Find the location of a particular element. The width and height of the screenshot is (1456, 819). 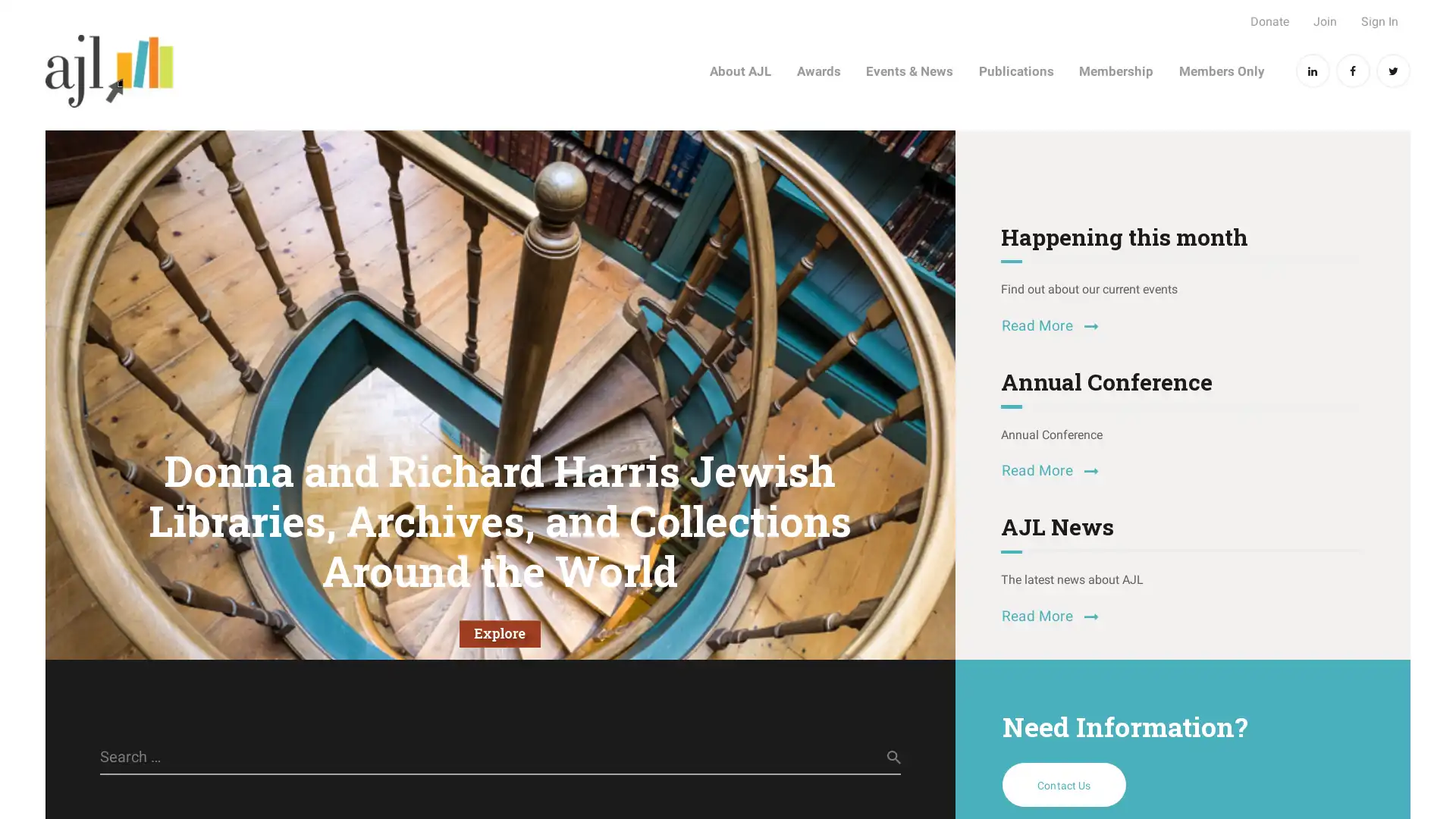

Search is located at coordinates (880, 758).